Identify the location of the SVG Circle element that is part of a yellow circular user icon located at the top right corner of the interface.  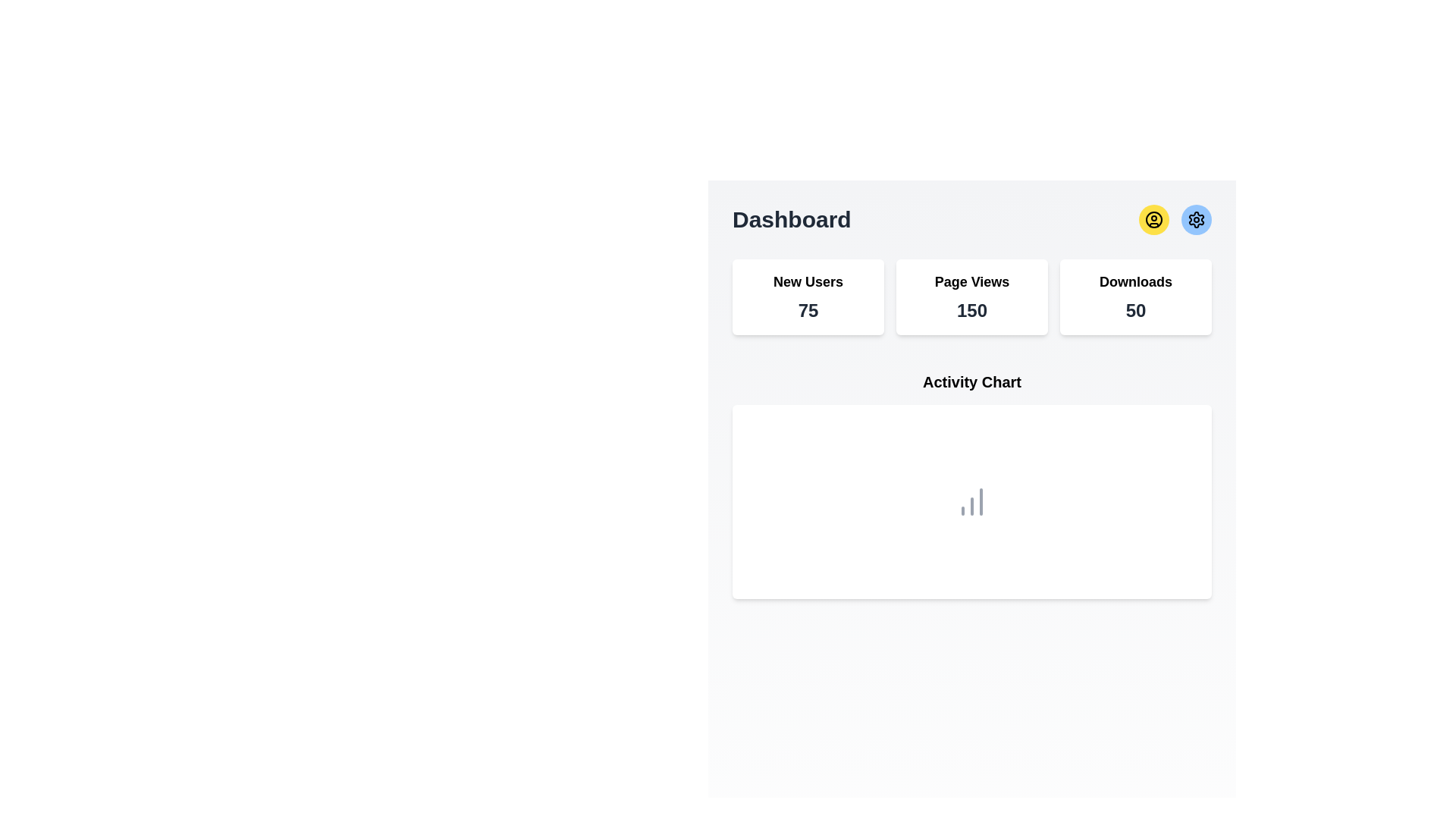
(1153, 219).